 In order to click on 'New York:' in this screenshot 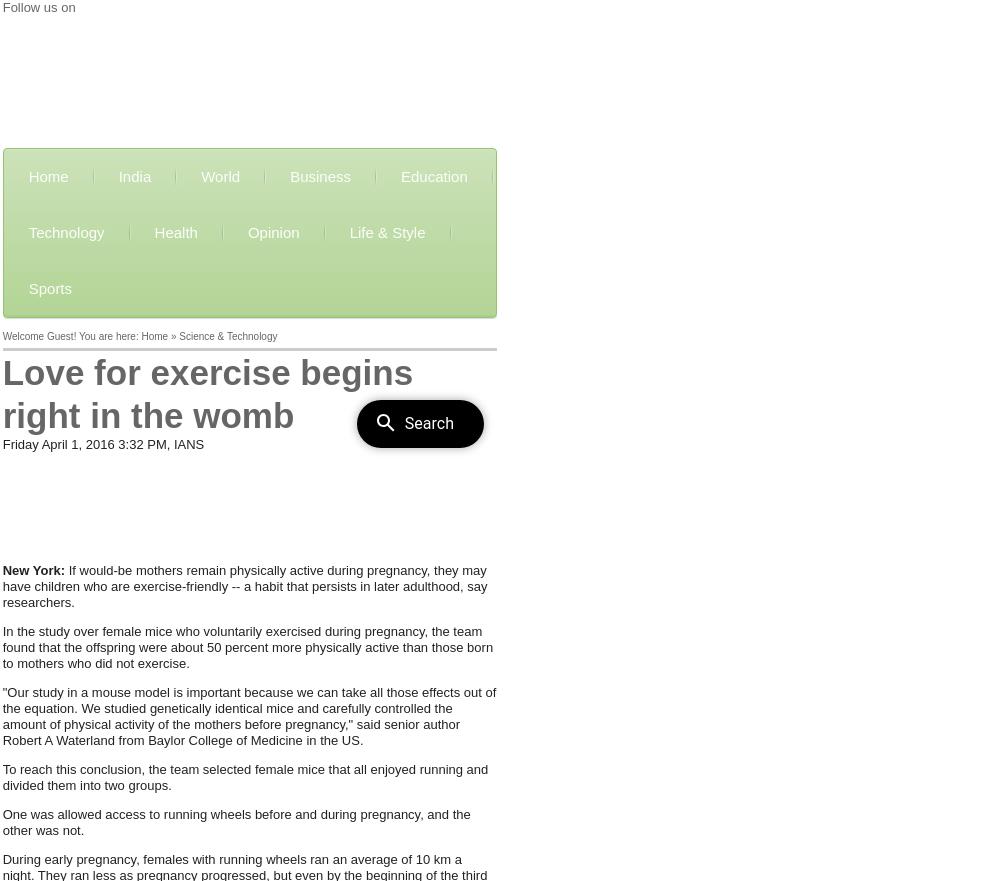, I will do `click(0, 569)`.